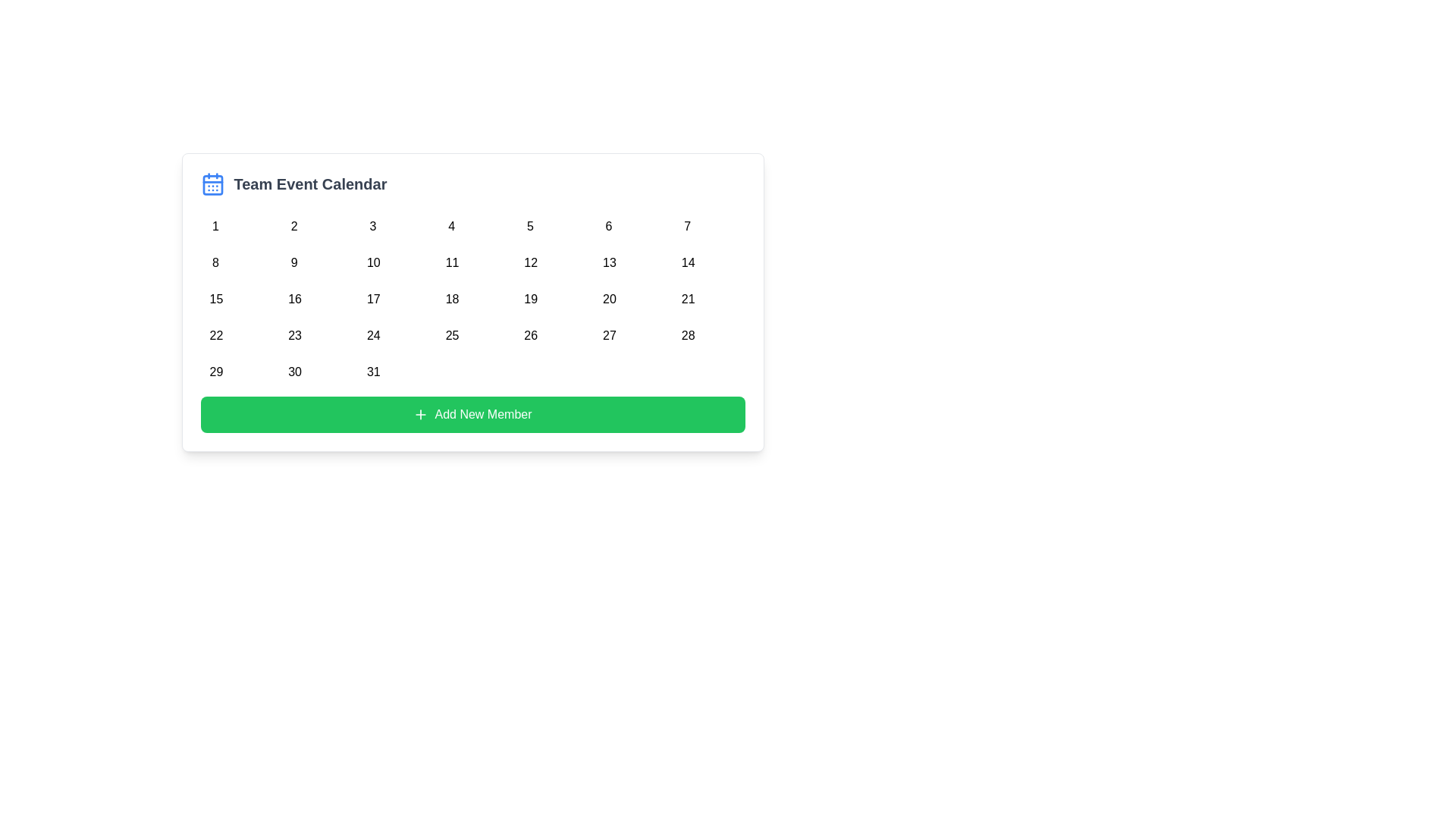 The height and width of the screenshot is (819, 1456). I want to click on the square-shaped button labeled '22' in the fourth row and first column of the calendar grid, so click(215, 332).